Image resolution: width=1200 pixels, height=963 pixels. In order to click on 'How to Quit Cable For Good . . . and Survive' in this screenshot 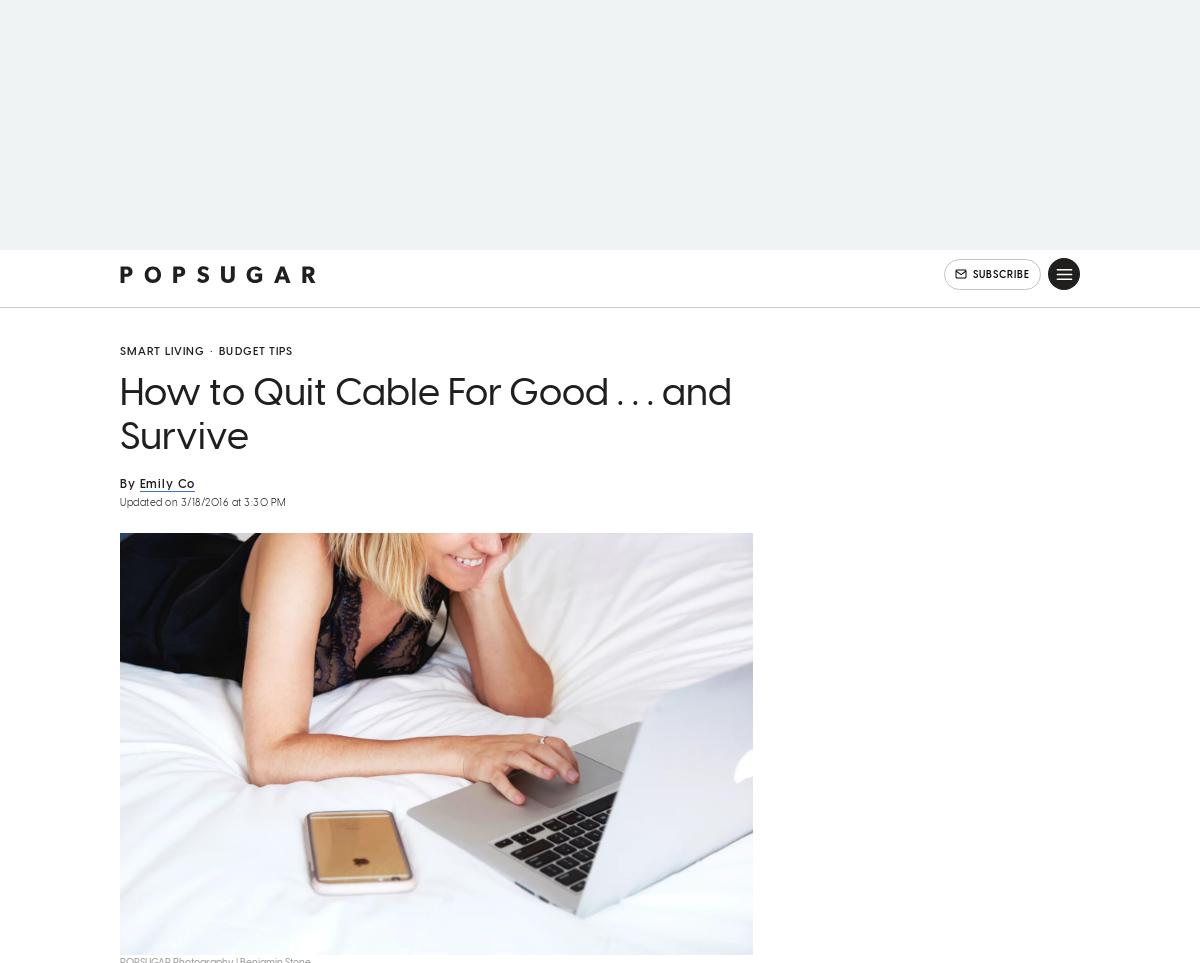, I will do `click(426, 439)`.